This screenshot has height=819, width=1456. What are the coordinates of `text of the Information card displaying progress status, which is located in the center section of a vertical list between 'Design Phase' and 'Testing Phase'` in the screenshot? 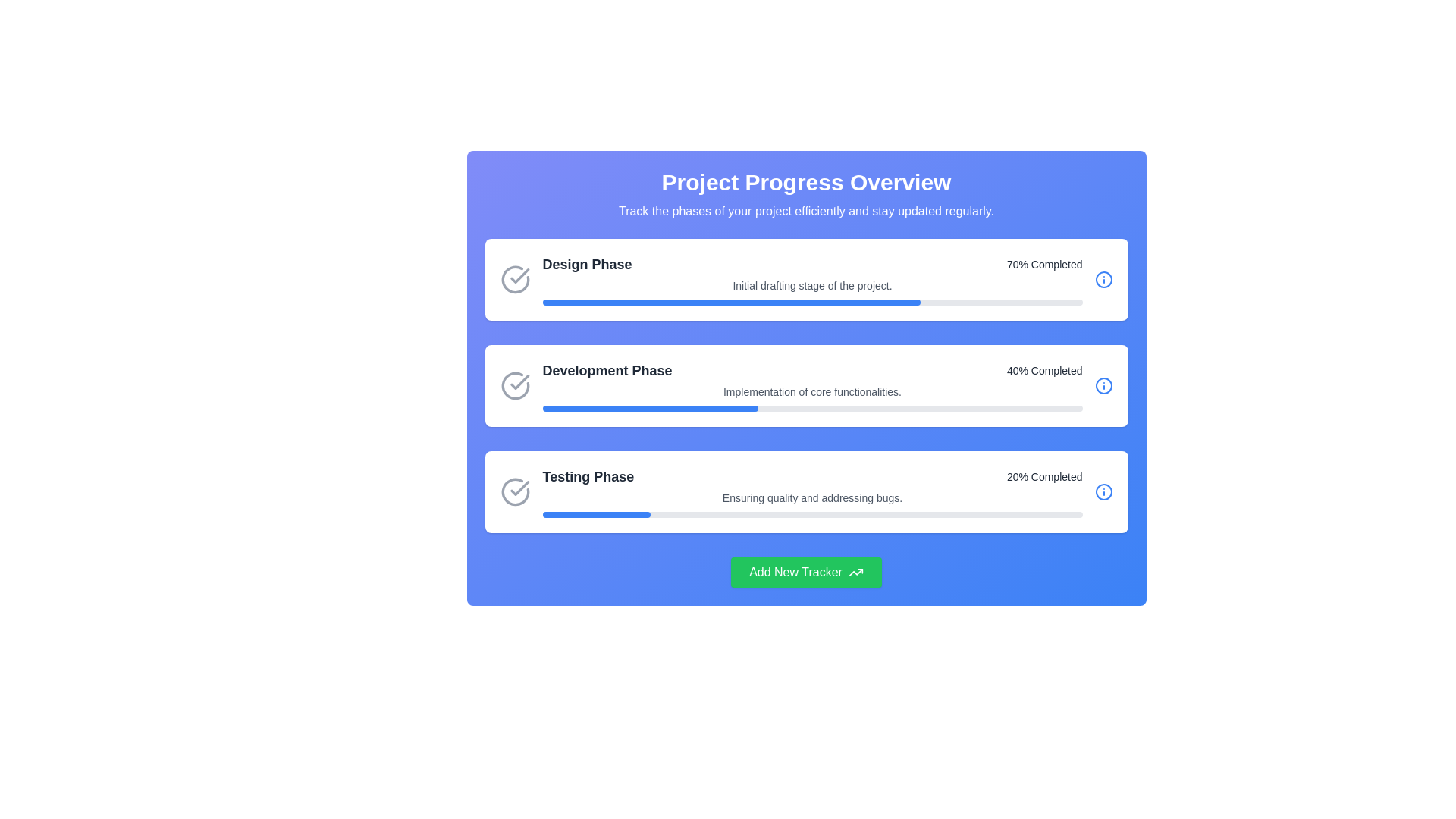 It's located at (811, 385).